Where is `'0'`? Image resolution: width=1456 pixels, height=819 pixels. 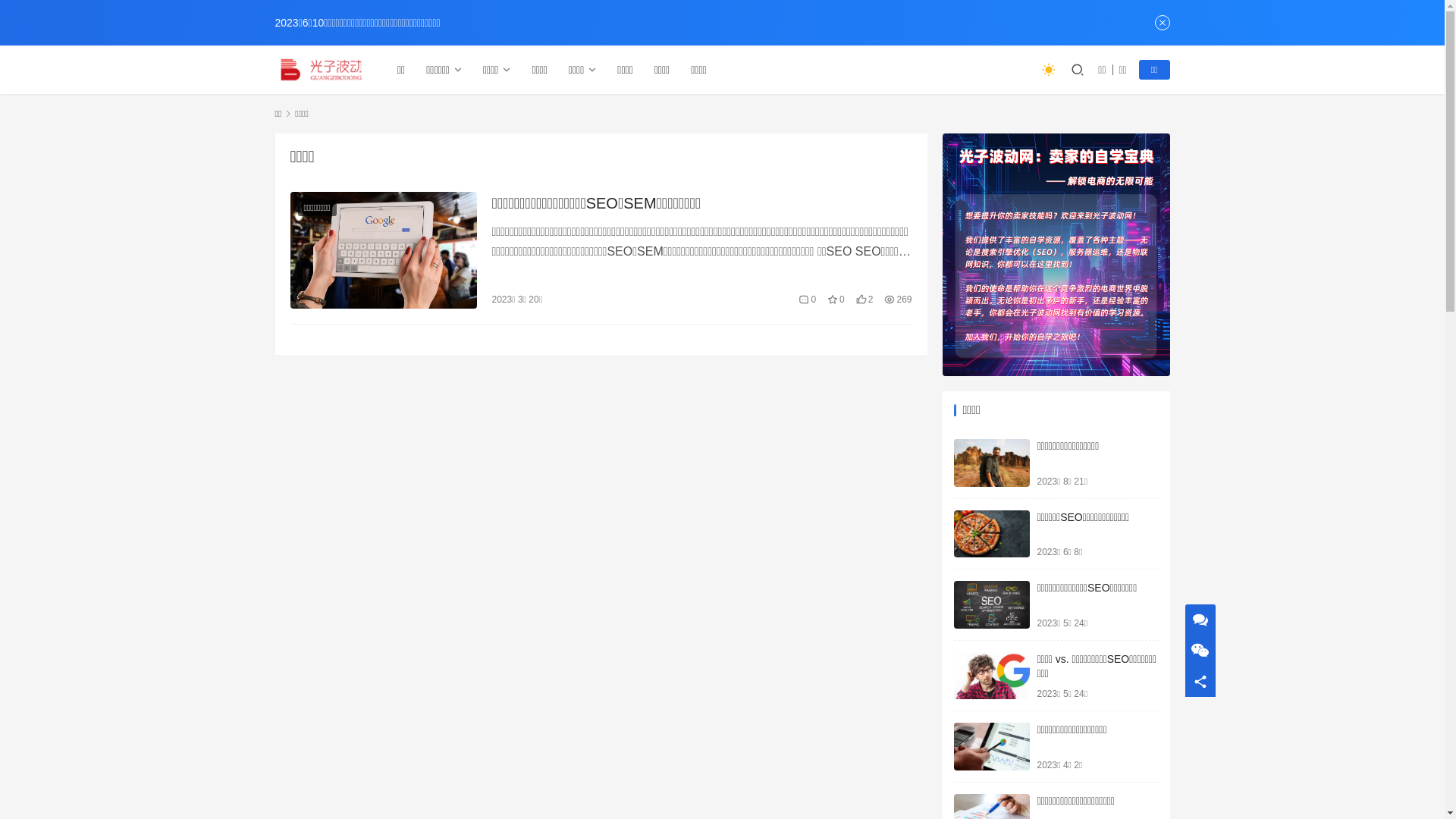
'0' is located at coordinates (806, 299).